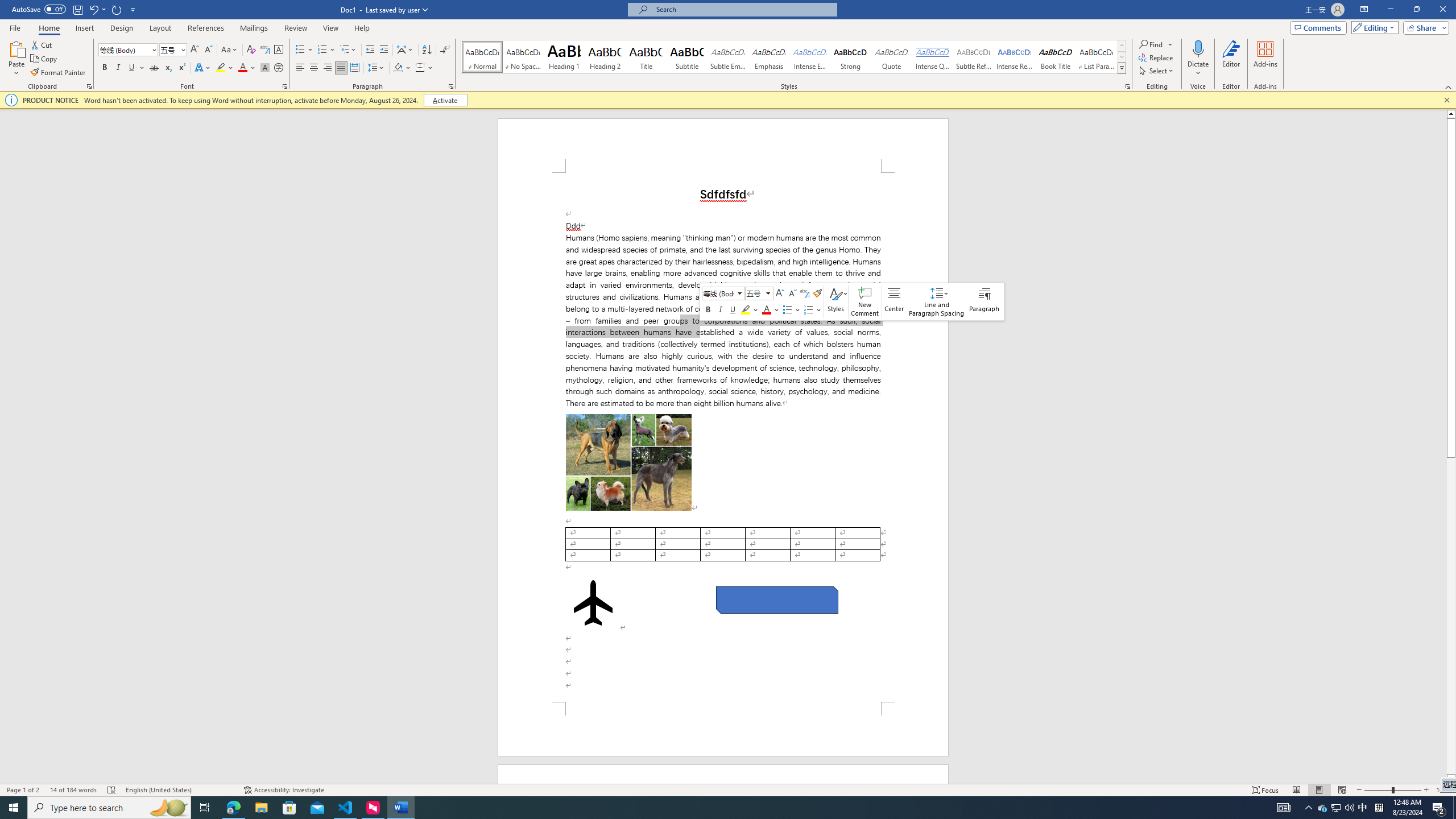 The image size is (1456, 819). What do you see at coordinates (728, 56) in the screenshot?
I see `'Subtle Emphasis'` at bounding box center [728, 56].